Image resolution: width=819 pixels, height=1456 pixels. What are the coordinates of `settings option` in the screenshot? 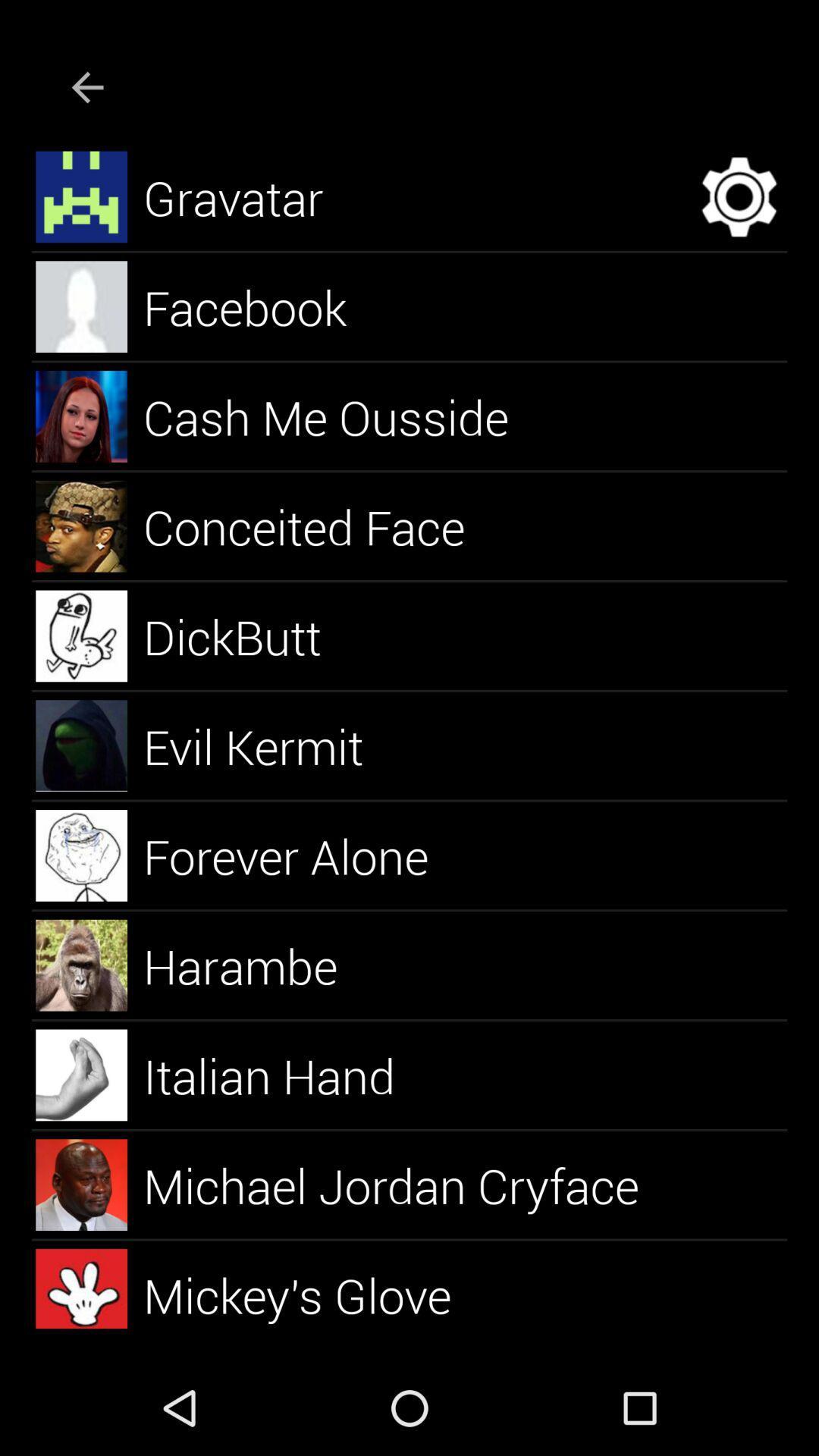 It's located at (739, 196).